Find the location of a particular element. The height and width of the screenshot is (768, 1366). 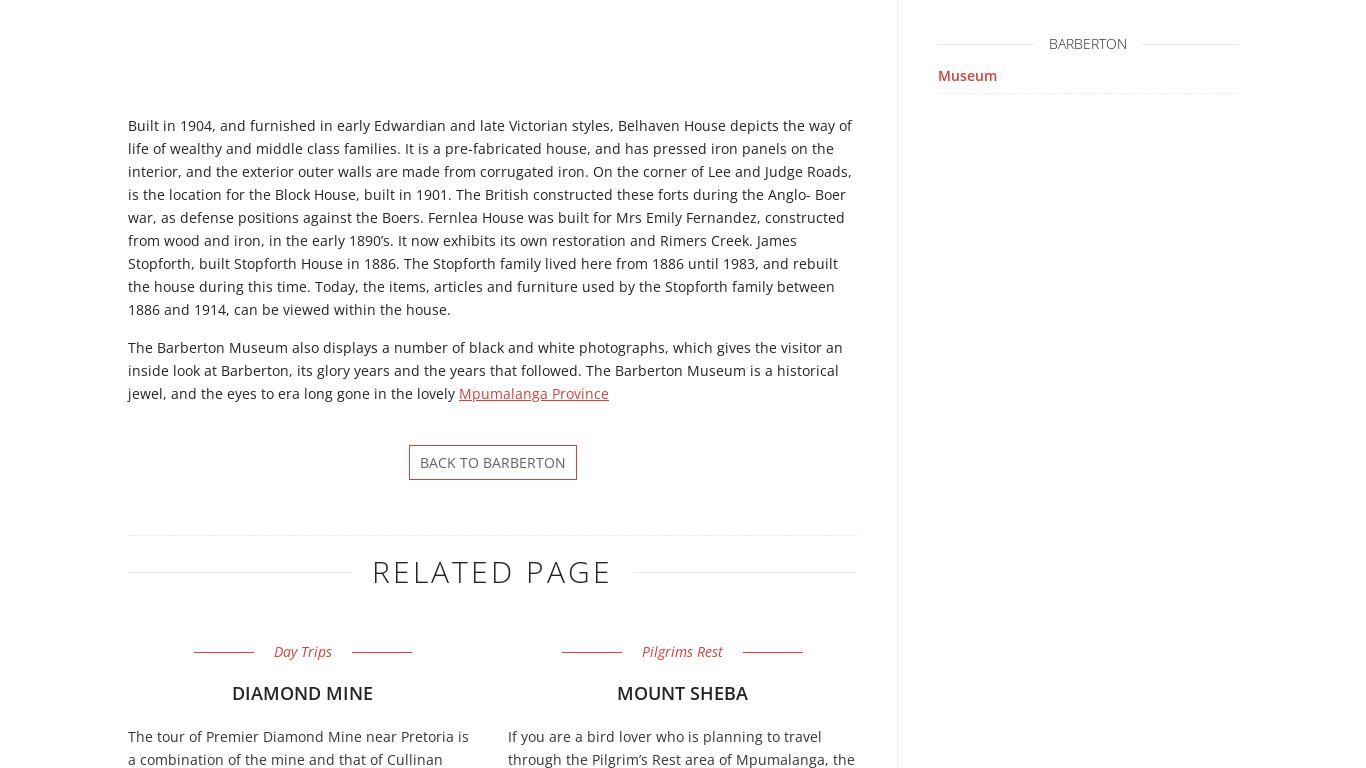

'glory' is located at coordinates (331, 370).